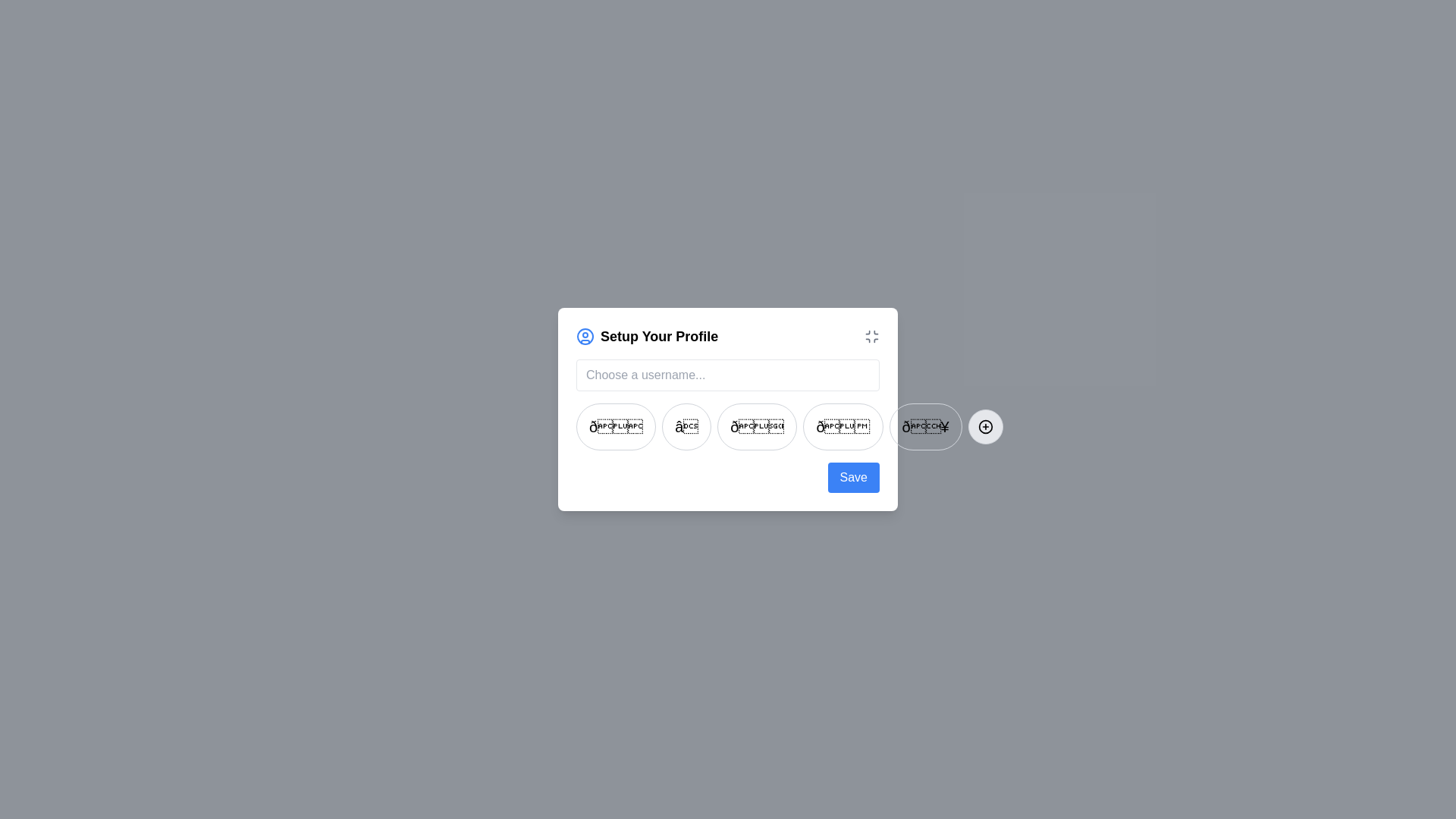 This screenshot has height=819, width=1456. Describe the element at coordinates (985, 427) in the screenshot. I see `the circular button with a plus sign (+) that has a thin black stroke` at that location.